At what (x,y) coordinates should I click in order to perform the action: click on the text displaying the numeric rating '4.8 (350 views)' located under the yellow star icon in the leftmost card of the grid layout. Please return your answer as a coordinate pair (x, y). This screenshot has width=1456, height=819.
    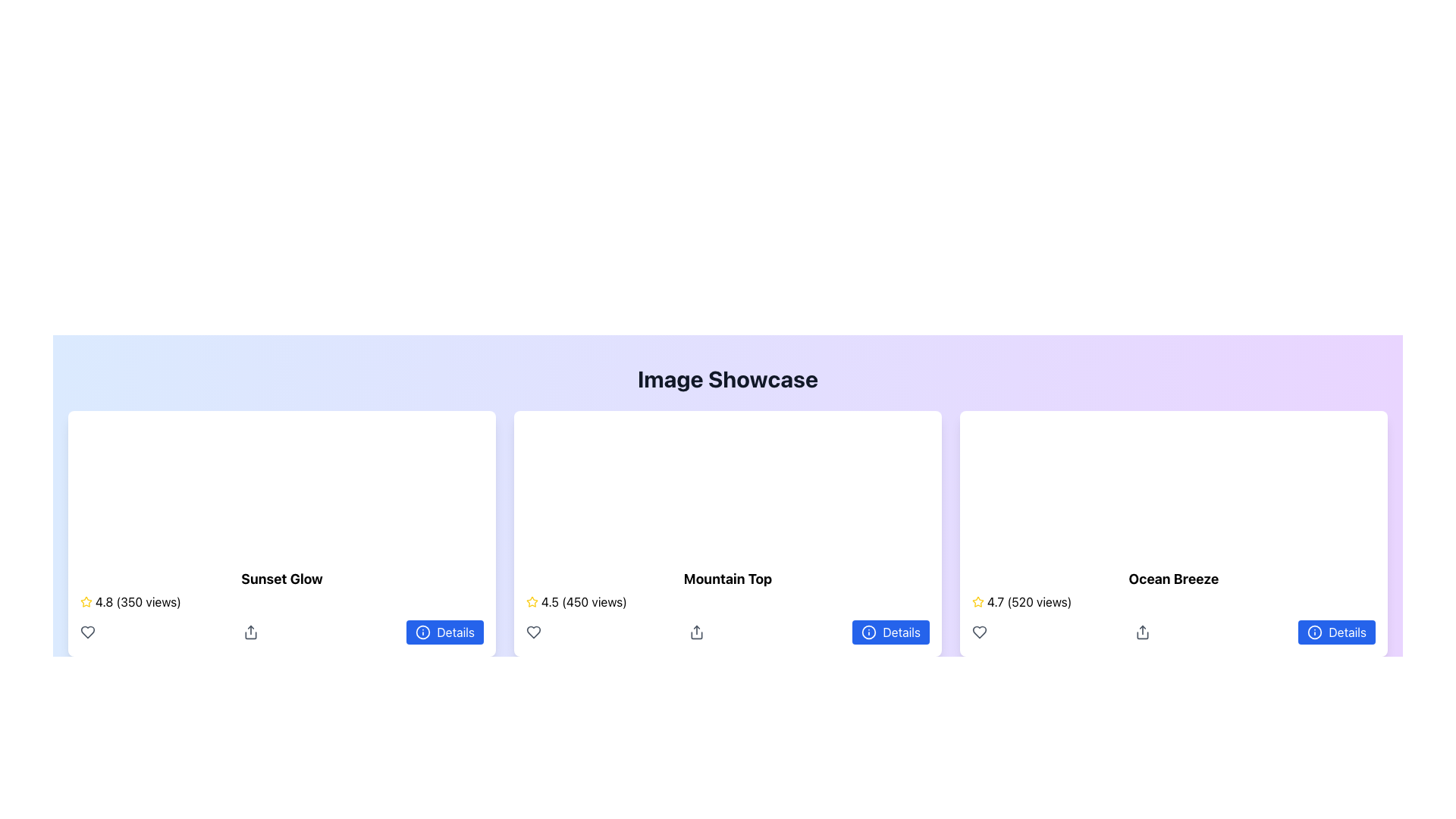
    Looking at the image, I should click on (138, 601).